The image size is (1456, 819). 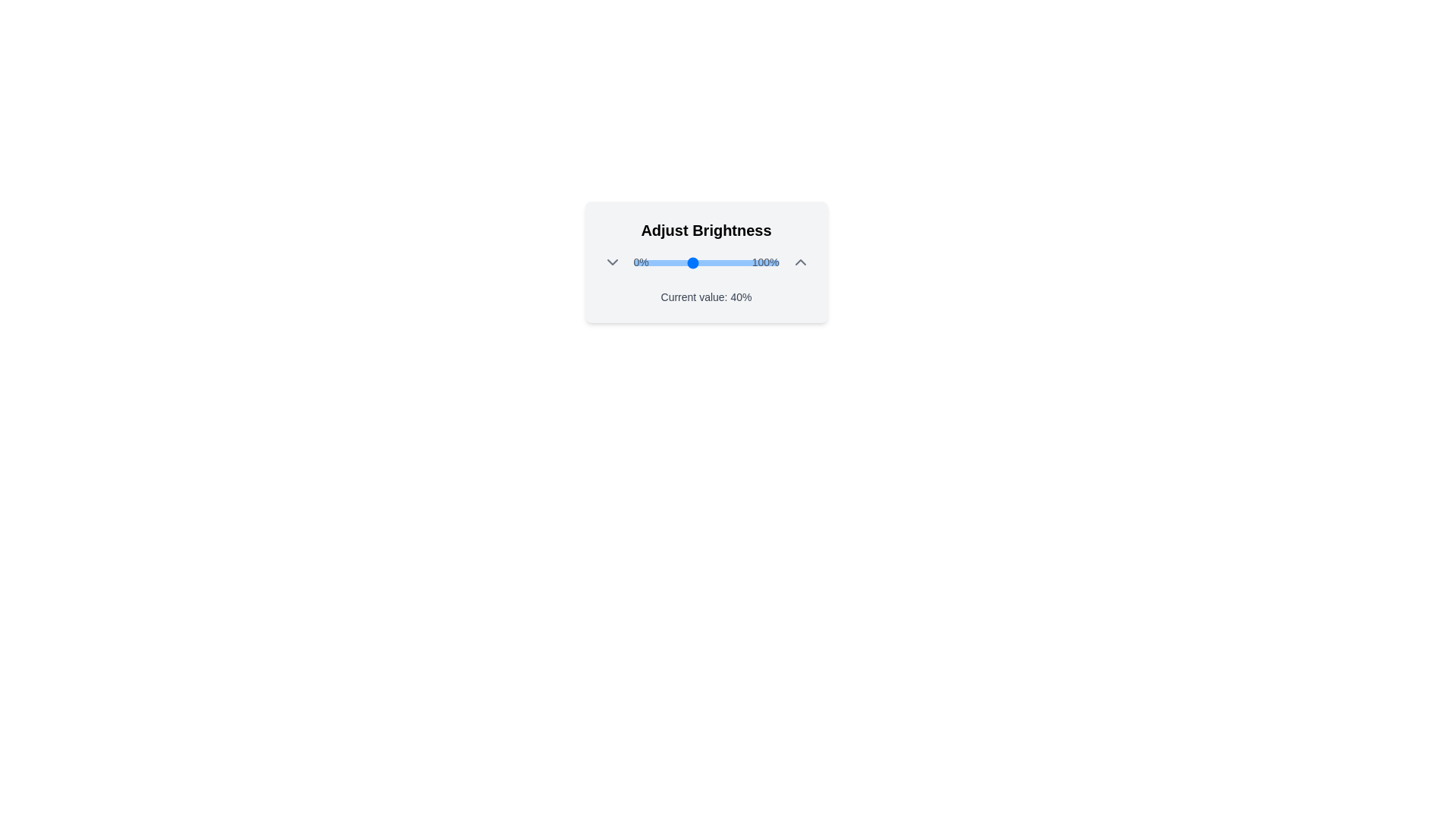 What do you see at coordinates (665, 262) in the screenshot?
I see `brightness` at bounding box center [665, 262].